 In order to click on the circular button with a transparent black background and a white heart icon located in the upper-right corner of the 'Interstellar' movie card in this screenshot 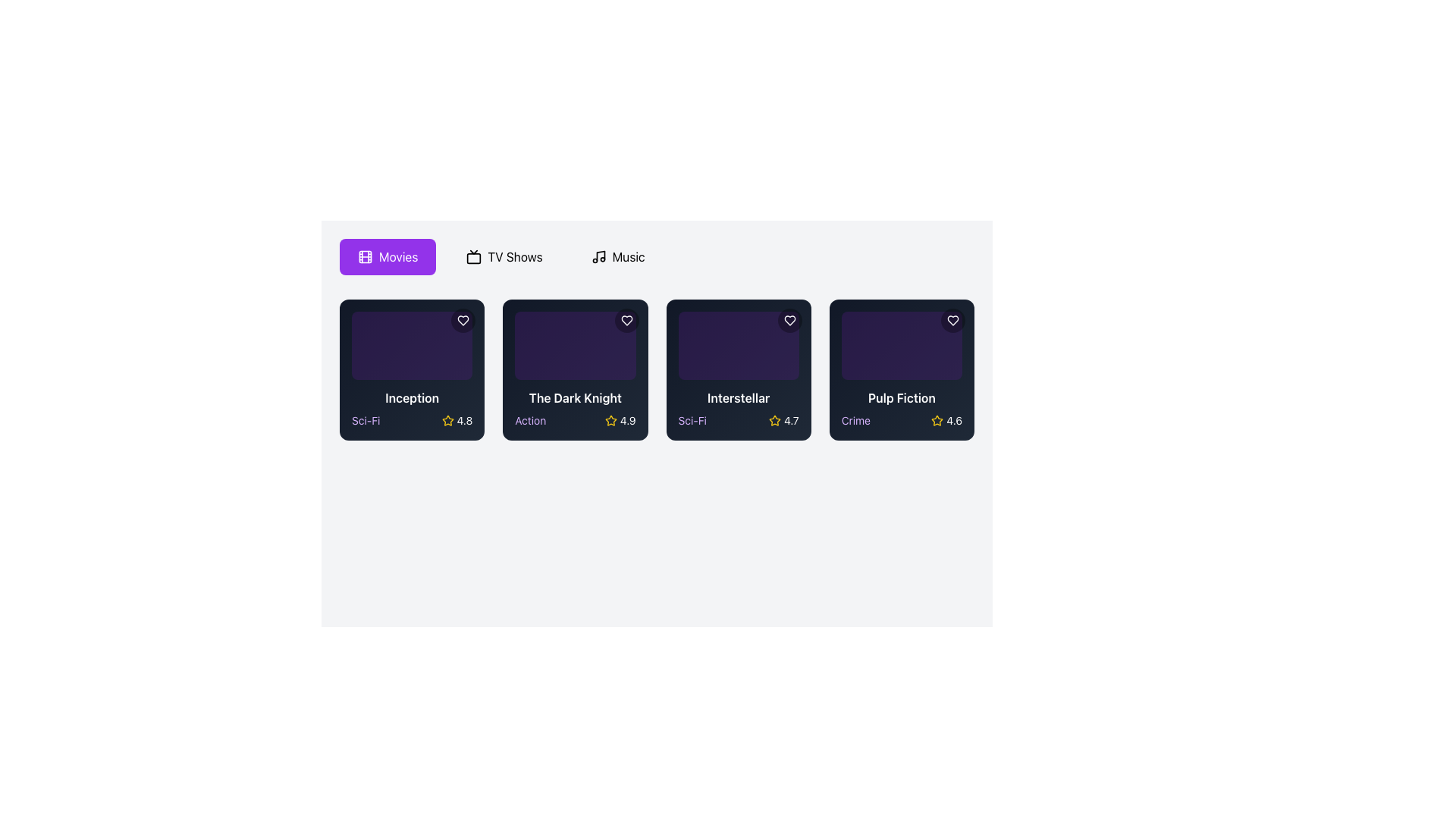, I will do `click(789, 320)`.